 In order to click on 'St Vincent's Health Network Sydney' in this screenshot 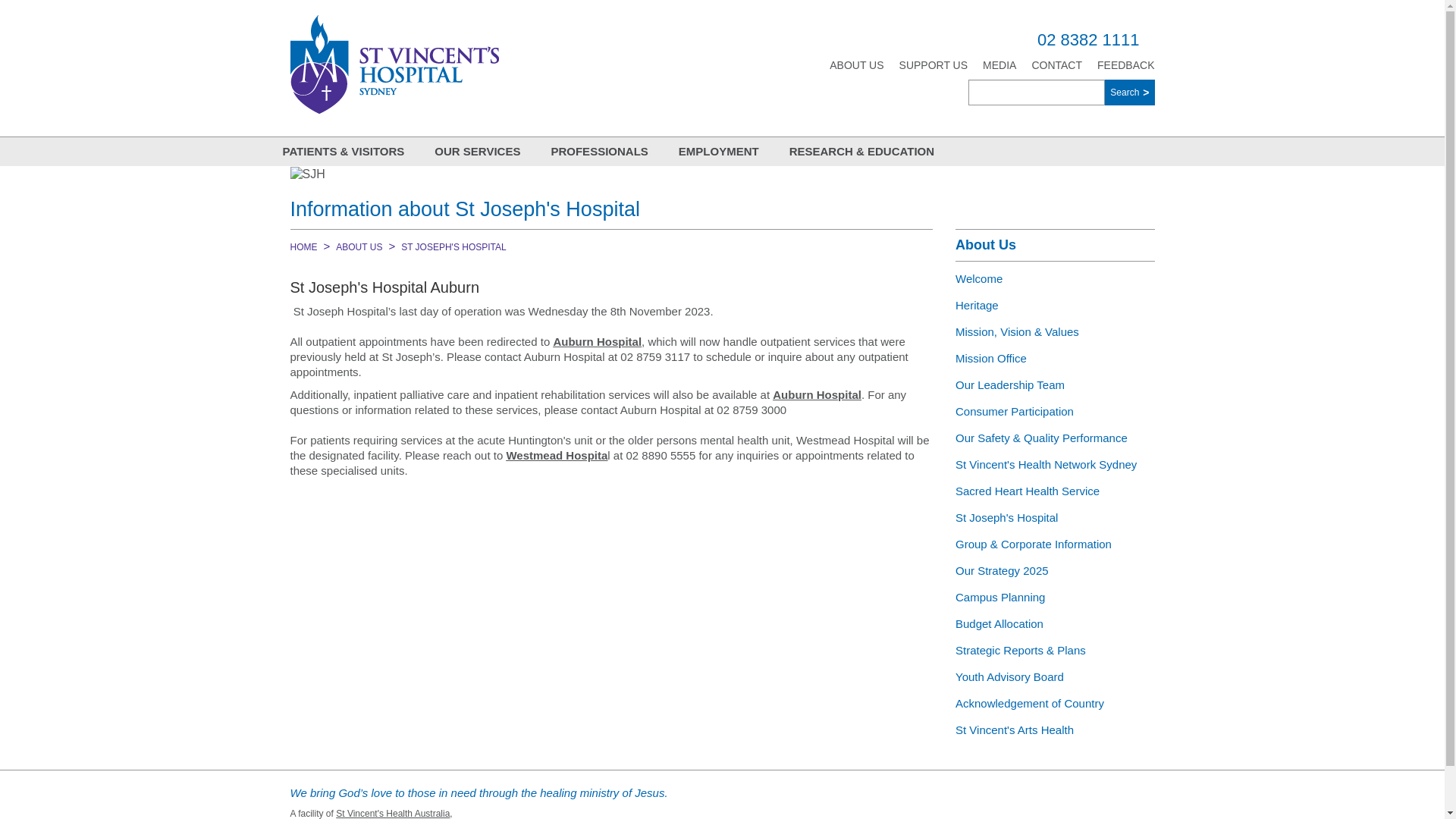, I will do `click(1054, 463)`.